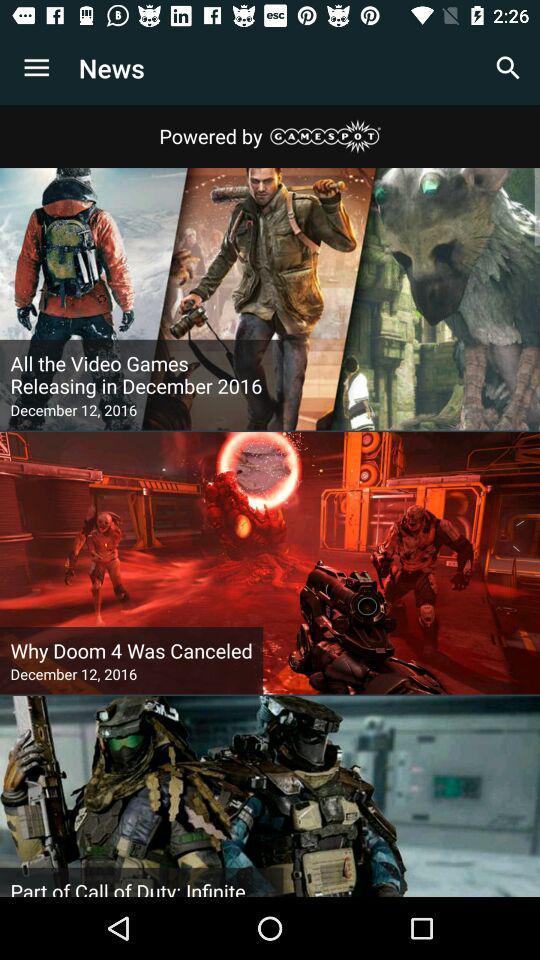  What do you see at coordinates (140, 374) in the screenshot?
I see `all the video` at bounding box center [140, 374].